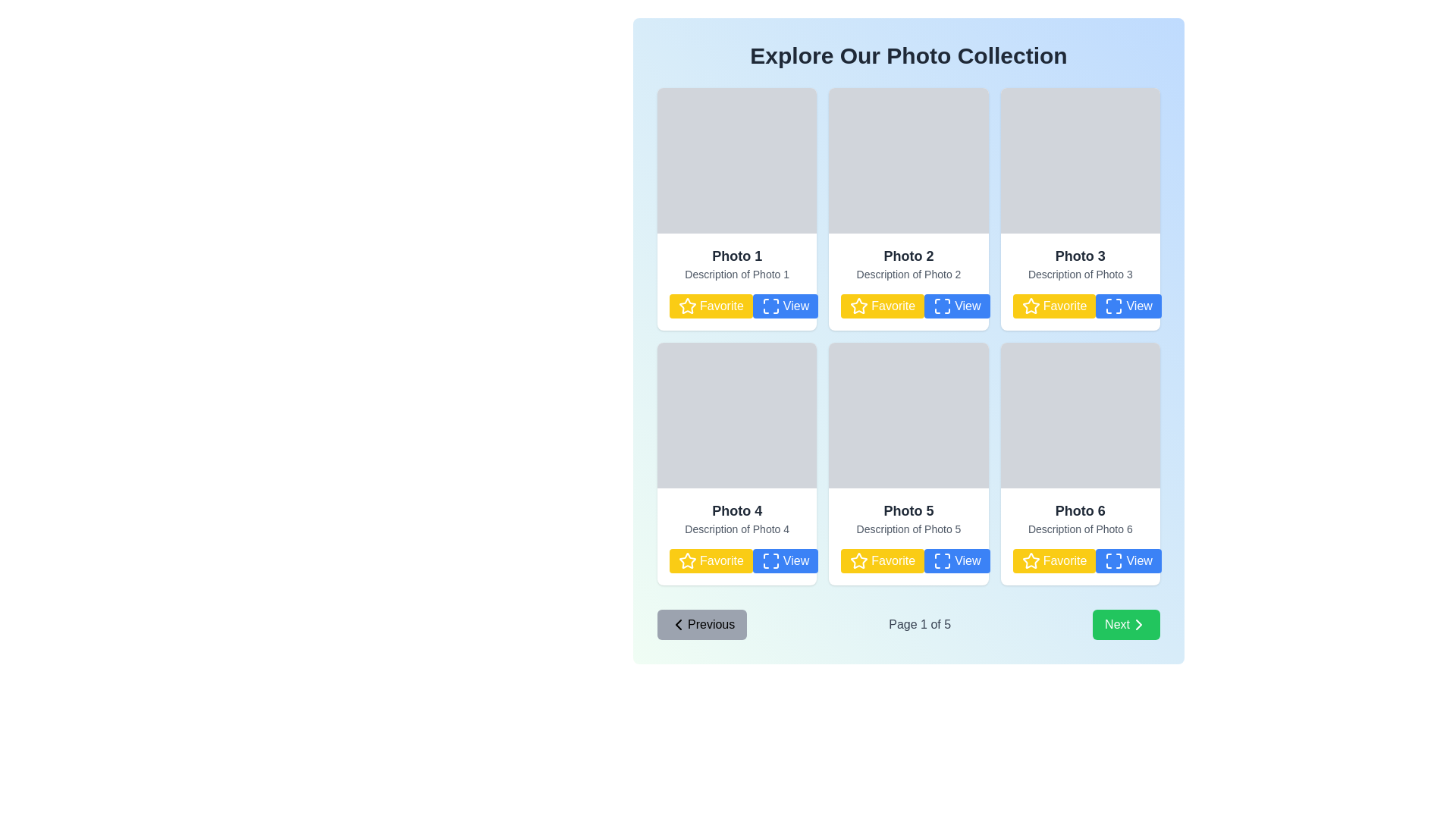  What do you see at coordinates (908, 561) in the screenshot?
I see `the 'Favorite' button with a yellow background and white text, which has a star icon on the left, located within the 'Photo 5' card` at bounding box center [908, 561].